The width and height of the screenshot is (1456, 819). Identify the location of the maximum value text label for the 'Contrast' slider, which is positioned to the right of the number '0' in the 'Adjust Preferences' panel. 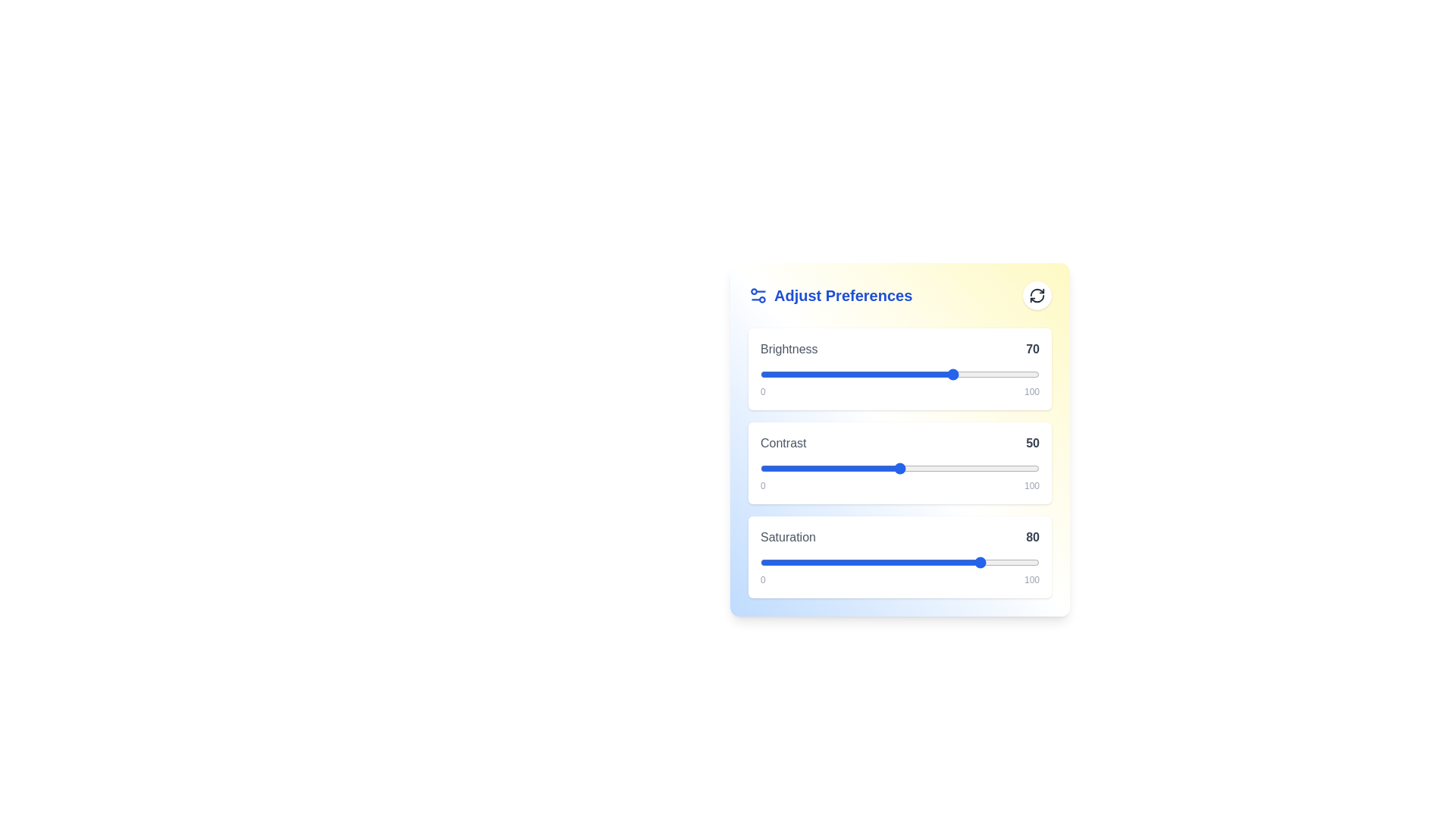
(1031, 485).